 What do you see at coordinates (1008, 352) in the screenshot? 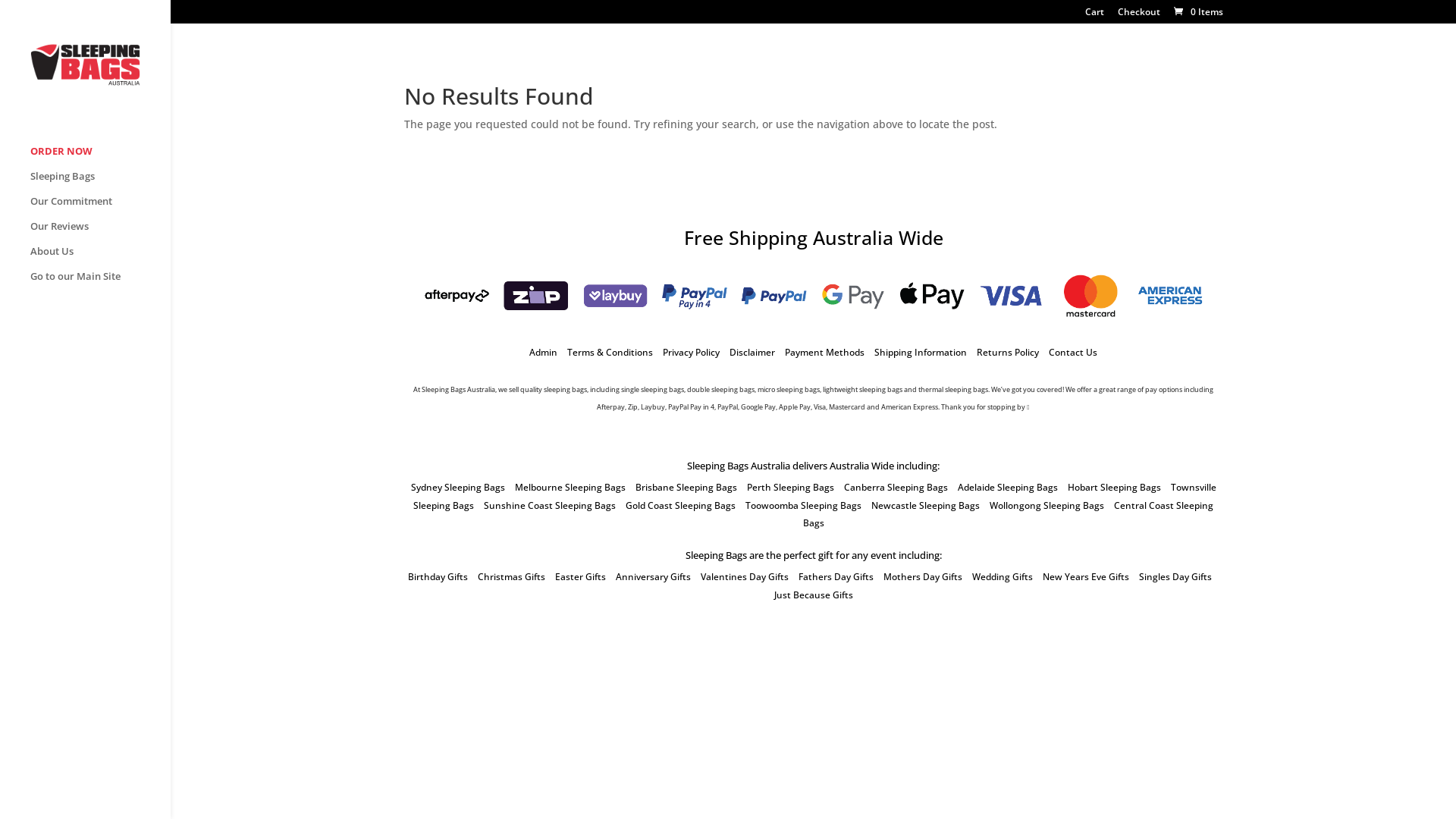
I see `'Returns Policy'` at bounding box center [1008, 352].